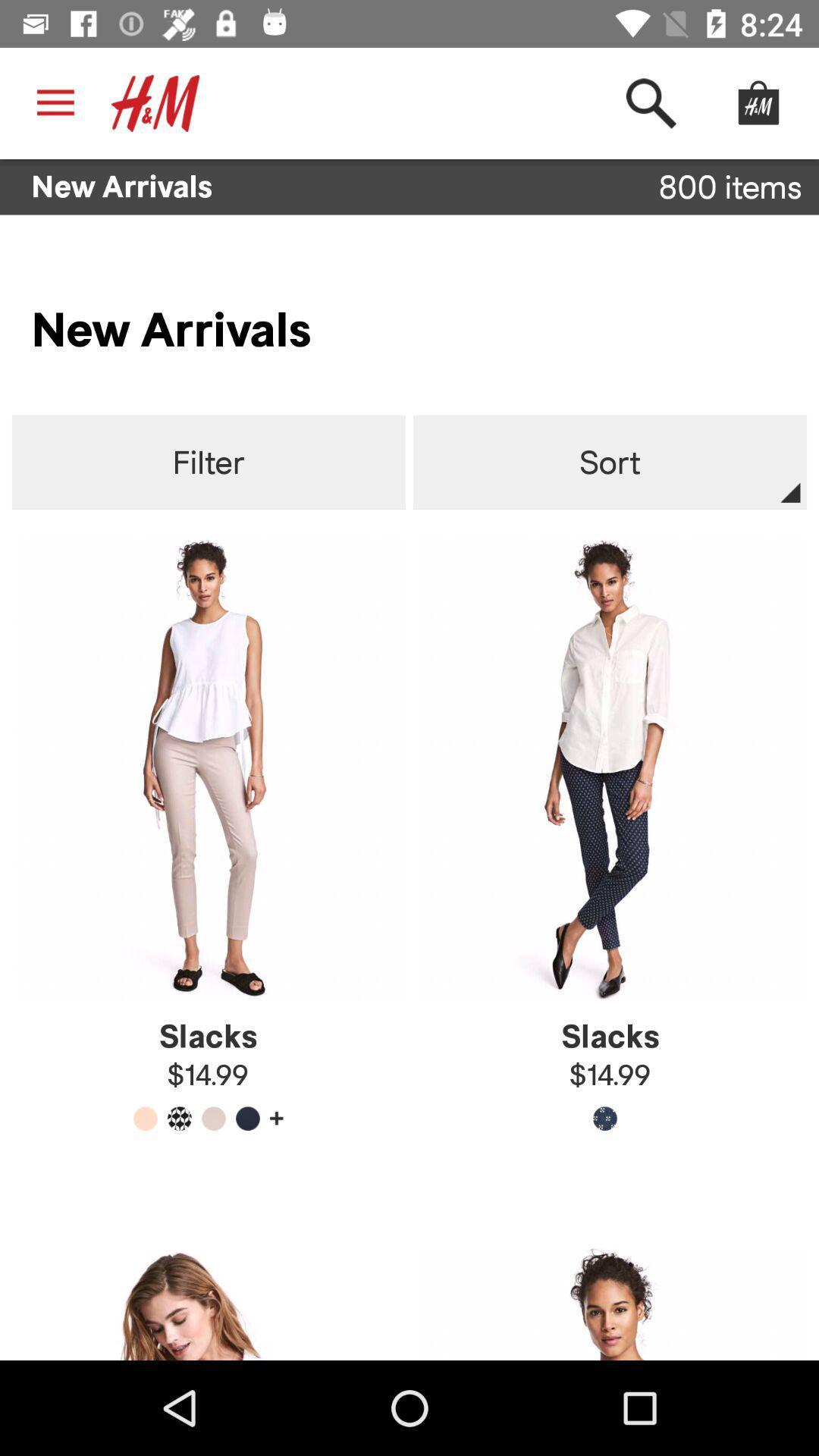 Image resolution: width=819 pixels, height=1456 pixels. Describe the element at coordinates (650, 102) in the screenshot. I see `the item above new arrivals` at that location.